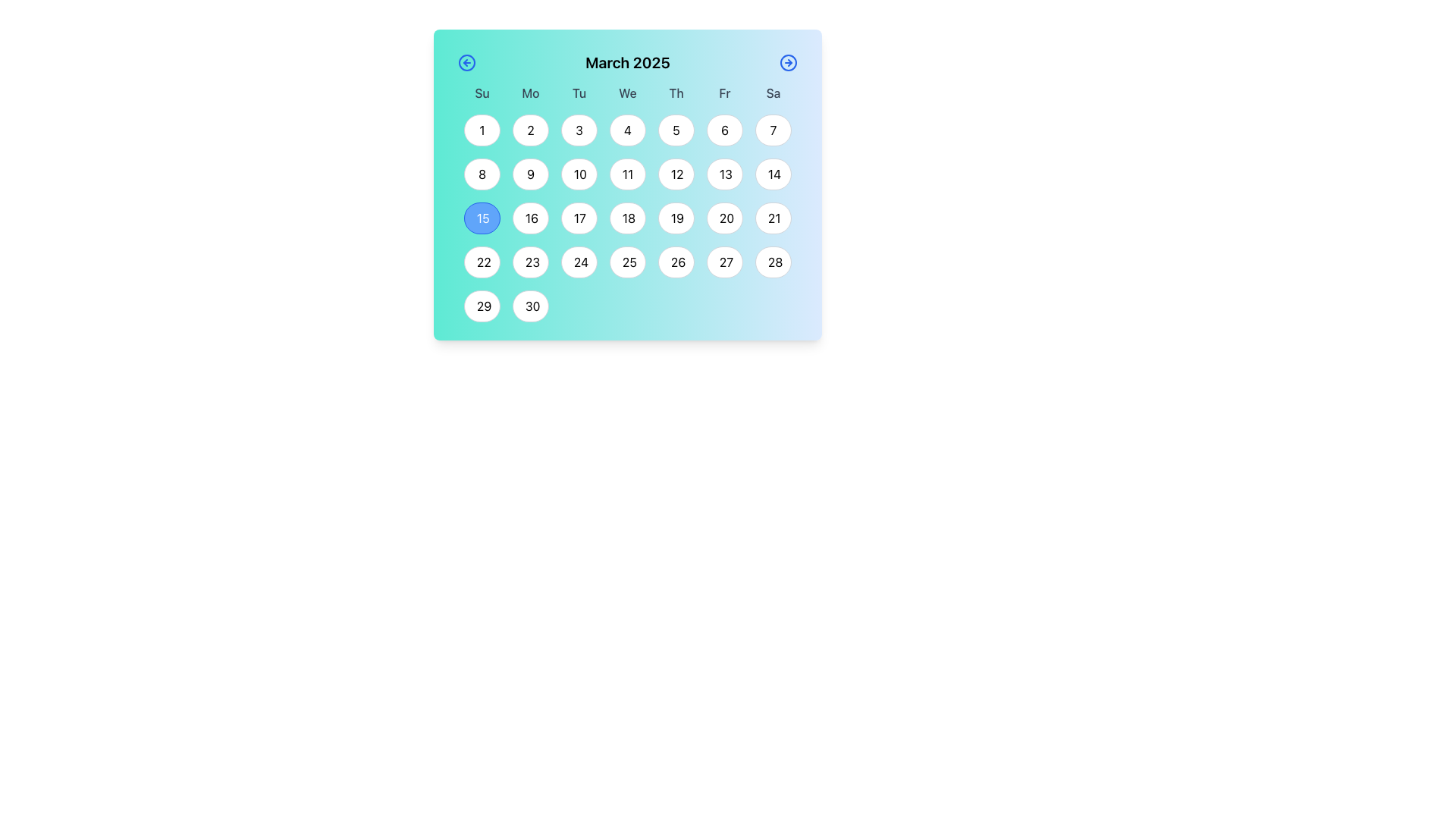 The image size is (1456, 819). I want to click on the Text Label displaying the current month and year in the calendar interface, located at the top of the calendar, so click(628, 65).